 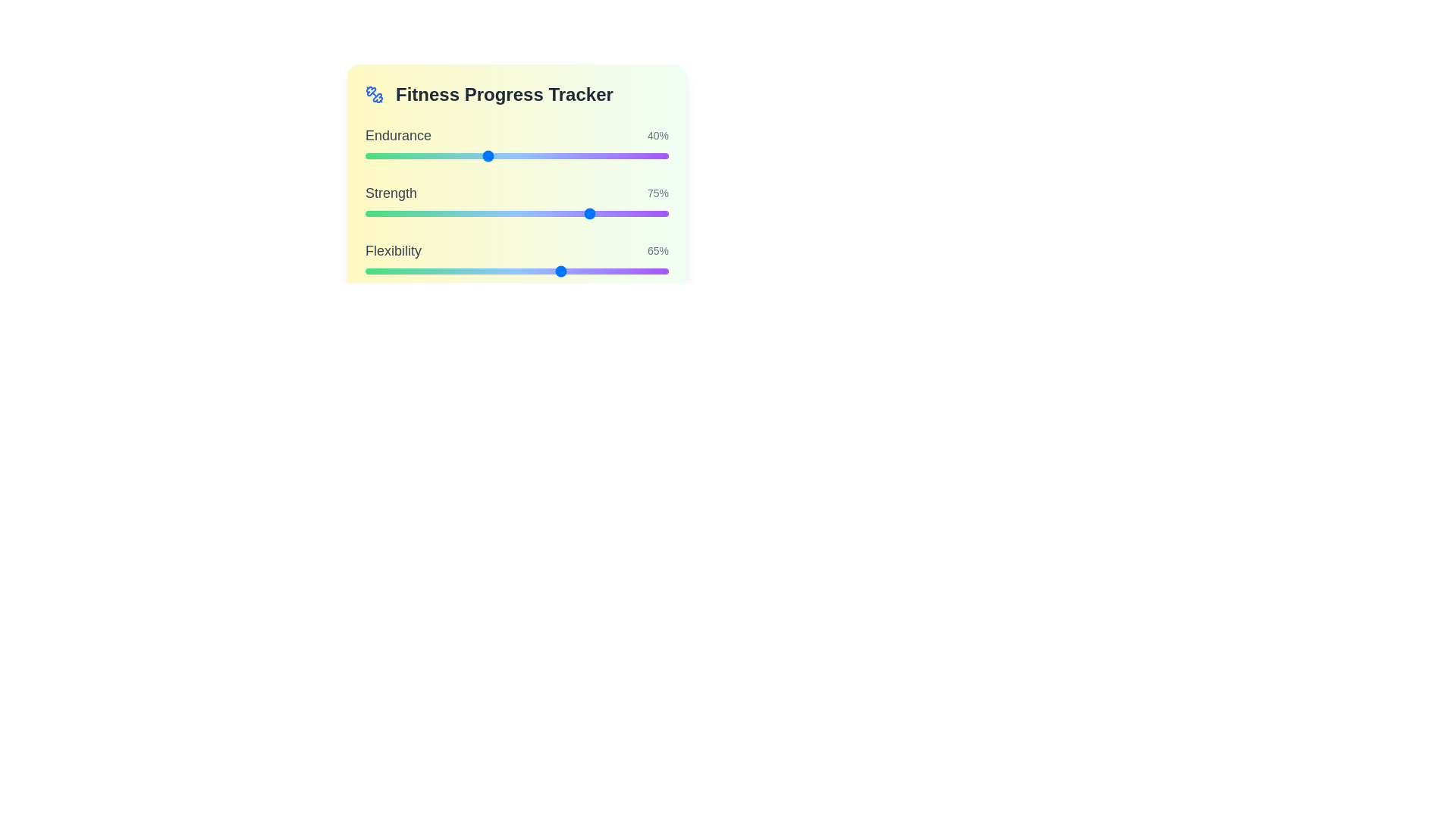 I want to click on flexibility value, so click(x=371, y=271).